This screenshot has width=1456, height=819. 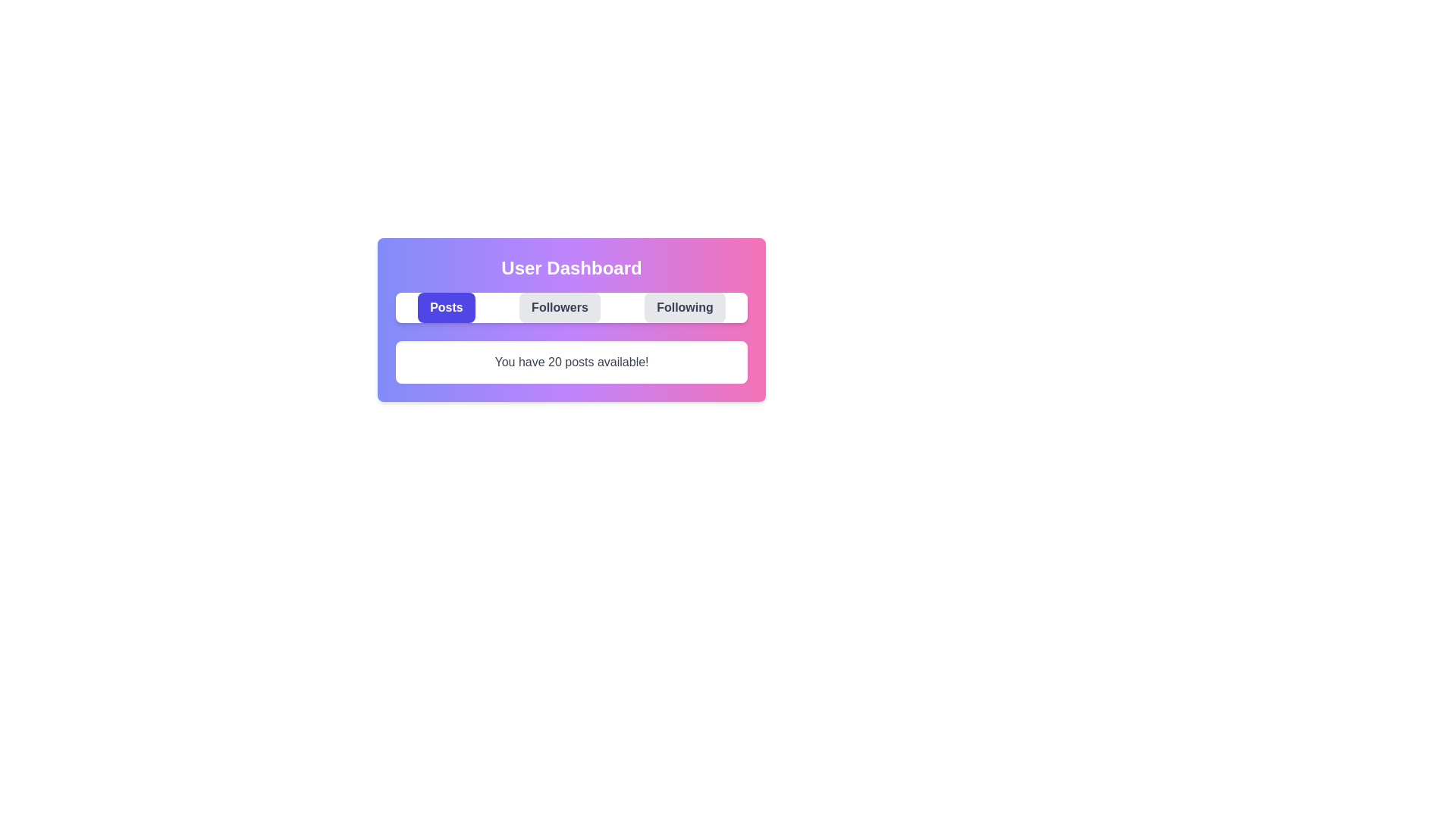 I want to click on the informational Static Text displaying the number of posts available, which is centered in the lower half of the central panel beneath the tabs labeled 'Posts,' 'Followers,' and 'Following.', so click(x=570, y=362).